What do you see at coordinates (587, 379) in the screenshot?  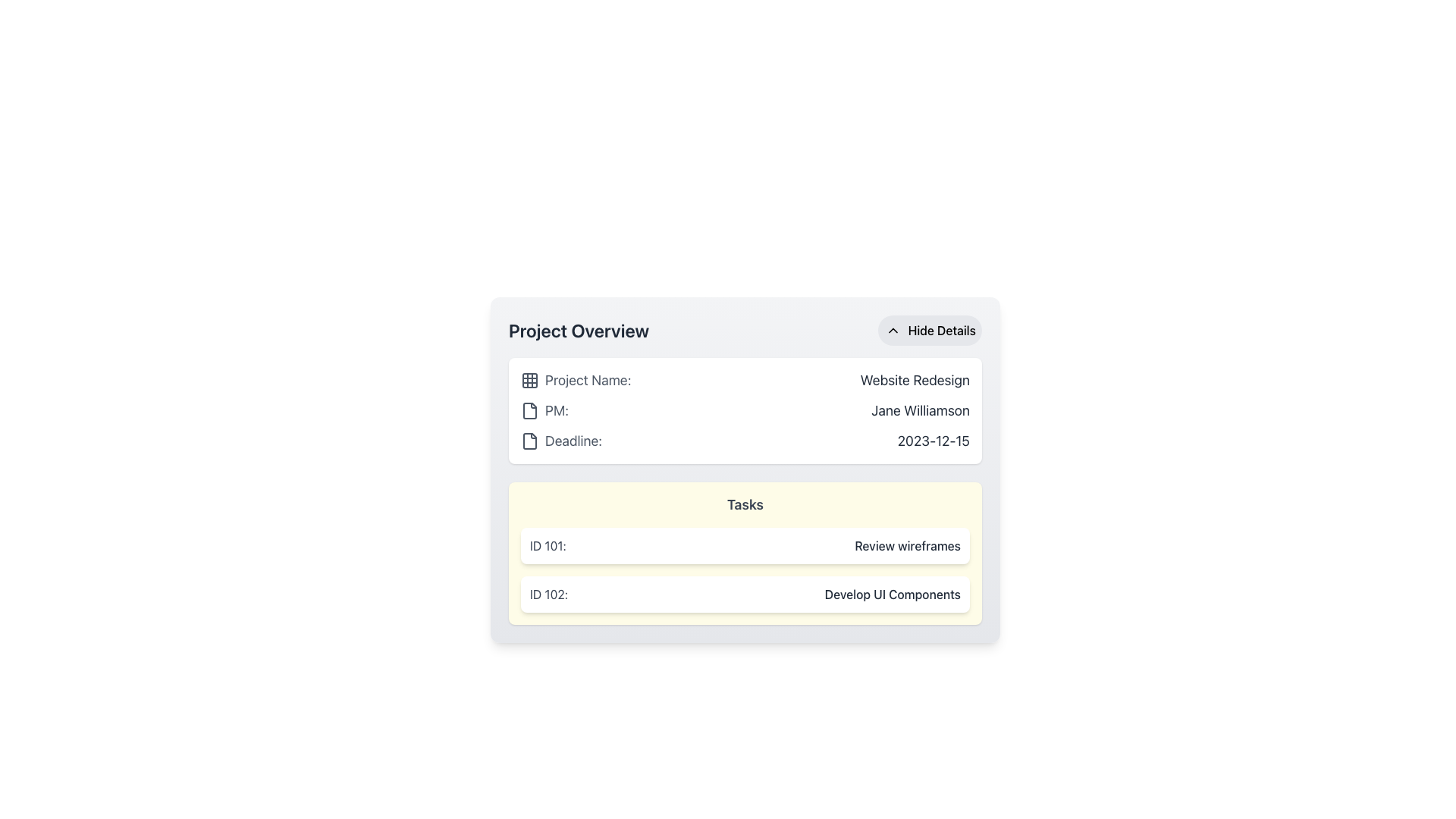 I see `the Text Label that serves as a label for the project name in the top left area of the 'Project Overview' card` at bounding box center [587, 379].